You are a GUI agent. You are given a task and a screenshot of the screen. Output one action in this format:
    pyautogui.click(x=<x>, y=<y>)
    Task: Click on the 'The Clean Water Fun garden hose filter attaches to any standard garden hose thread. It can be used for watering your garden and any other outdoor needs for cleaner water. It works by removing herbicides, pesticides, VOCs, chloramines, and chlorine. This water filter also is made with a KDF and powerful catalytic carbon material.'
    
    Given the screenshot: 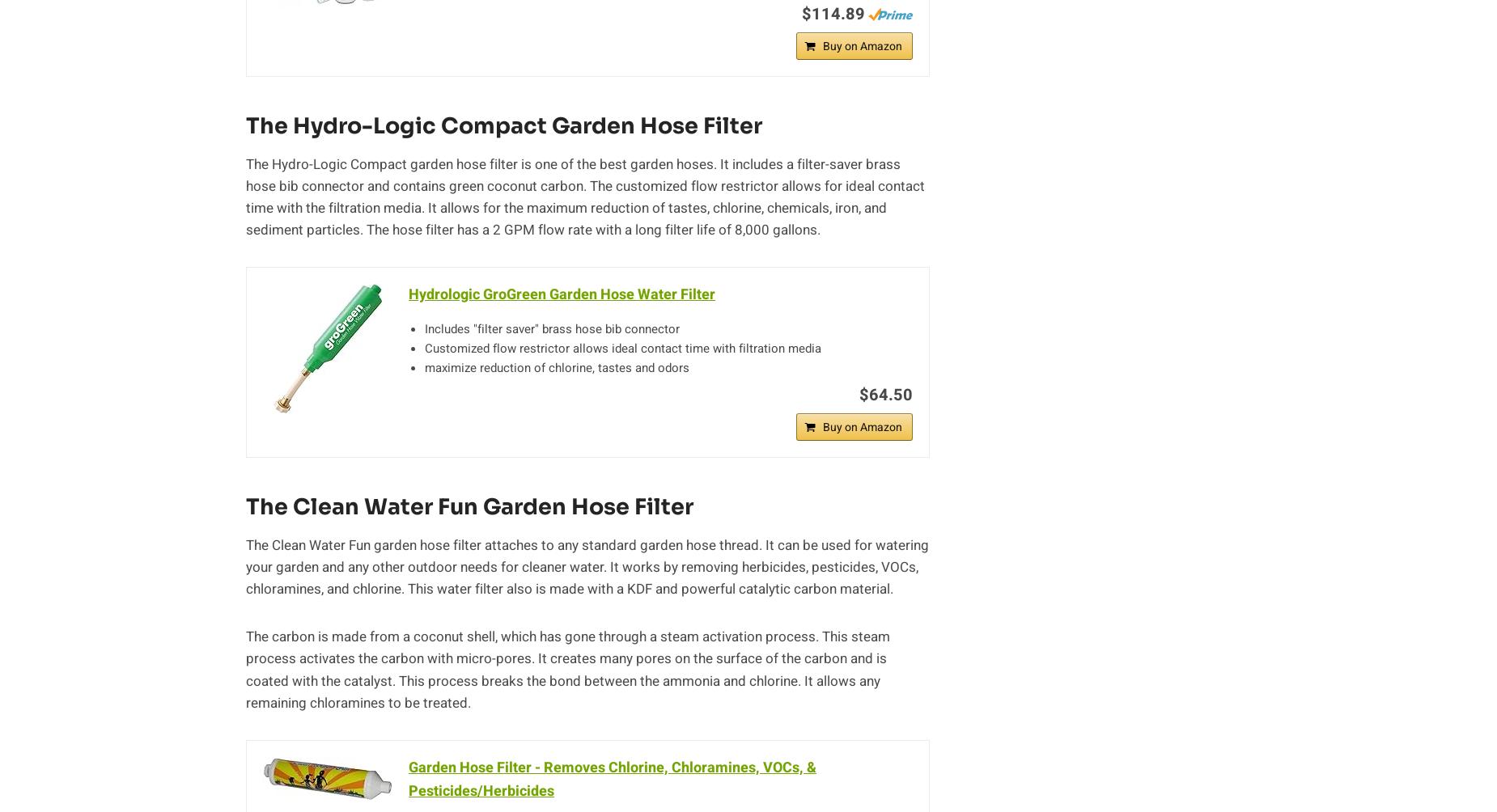 What is the action you would take?
    pyautogui.click(x=587, y=565)
    